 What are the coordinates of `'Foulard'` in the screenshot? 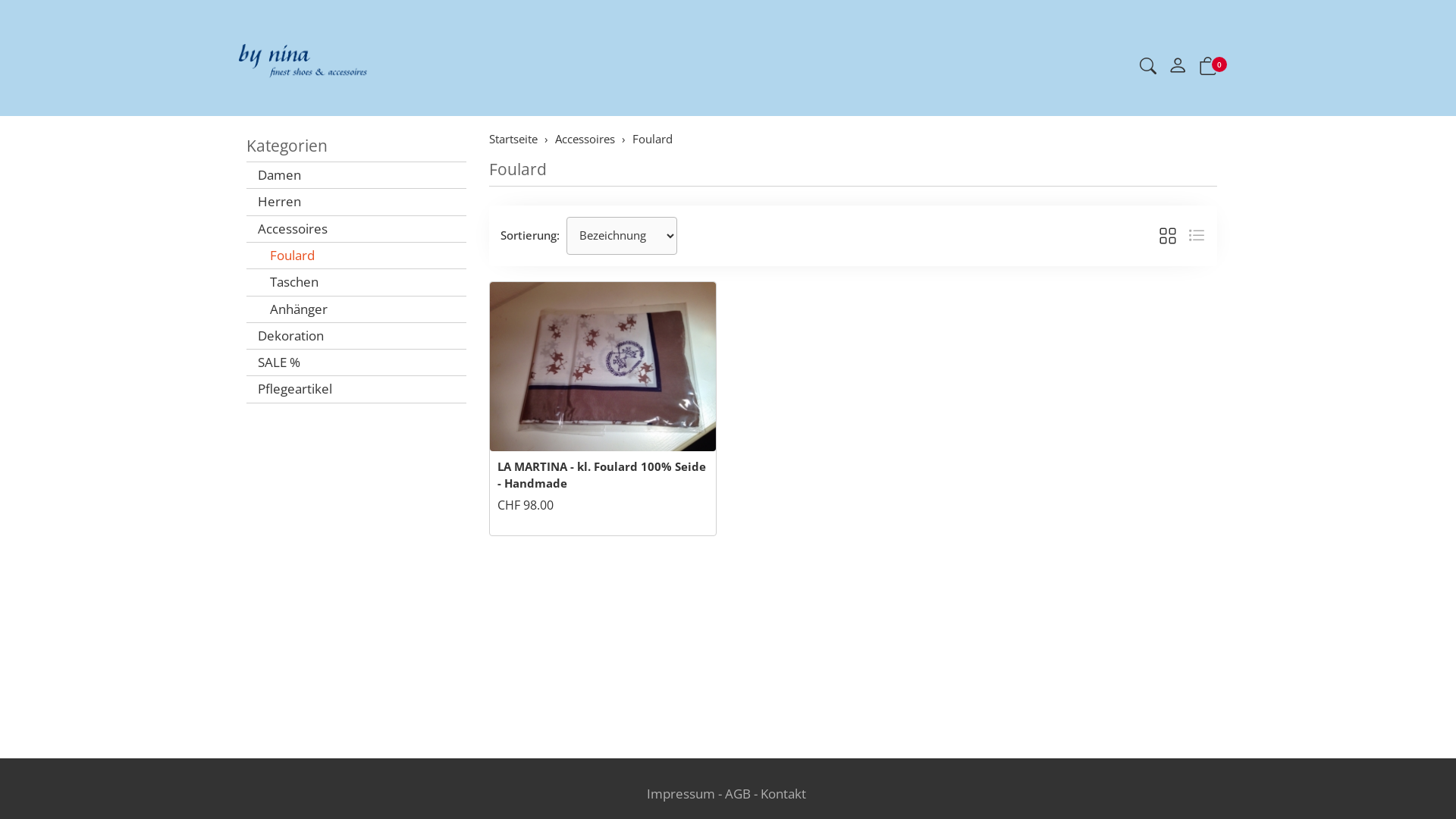 It's located at (356, 254).